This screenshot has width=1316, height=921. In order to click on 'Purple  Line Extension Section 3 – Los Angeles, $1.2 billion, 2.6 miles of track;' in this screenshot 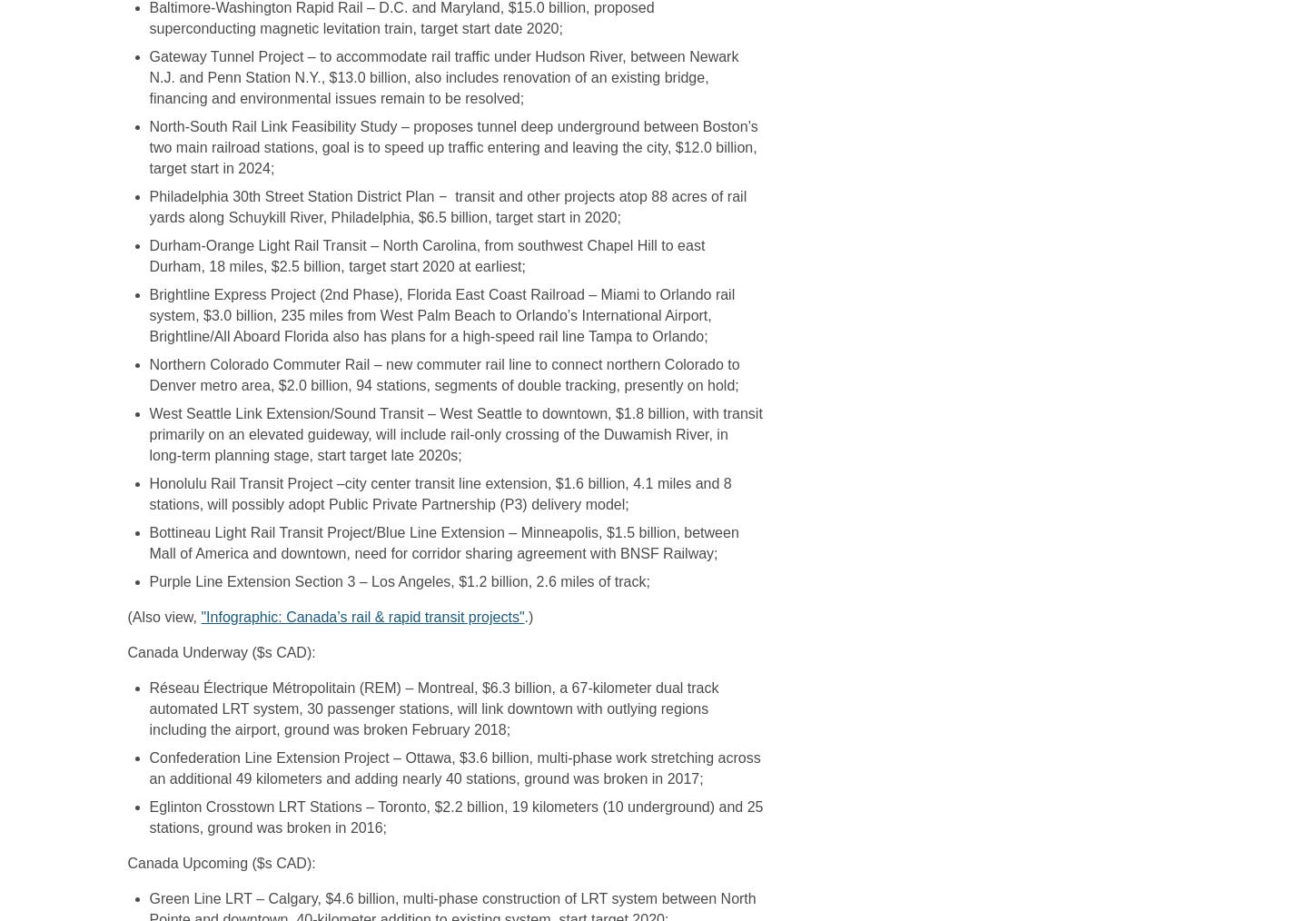, I will do `click(148, 581)`.